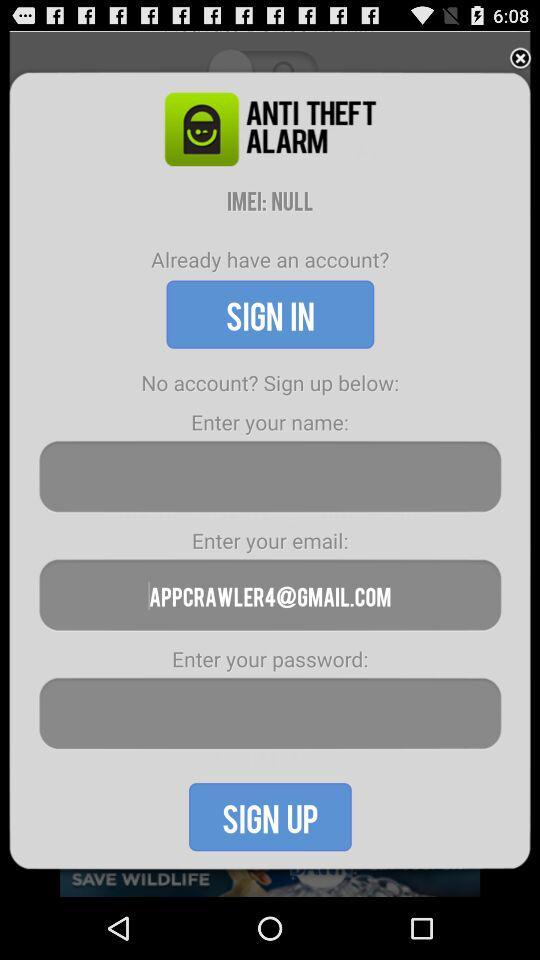 The height and width of the screenshot is (960, 540). What do you see at coordinates (270, 476) in the screenshot?
I see `una alarma perfecta` at bounding box center [270, 476].